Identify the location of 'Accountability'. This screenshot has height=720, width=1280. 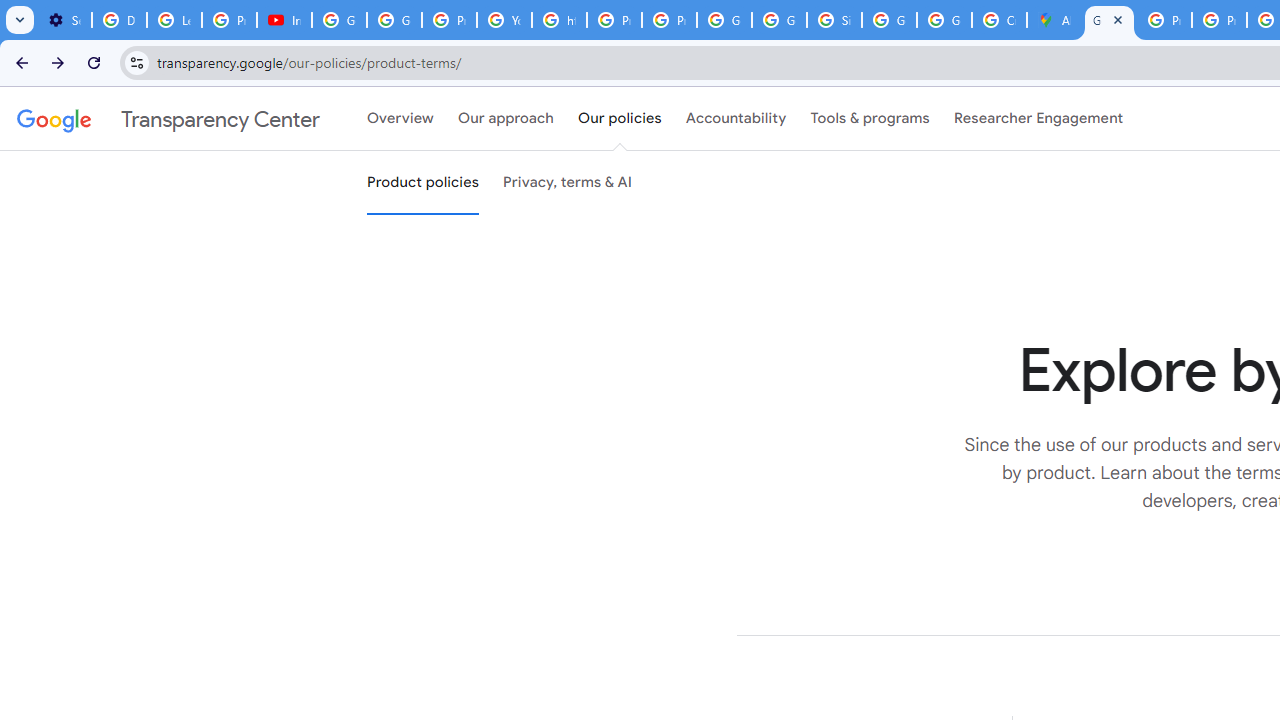
(735, 119).